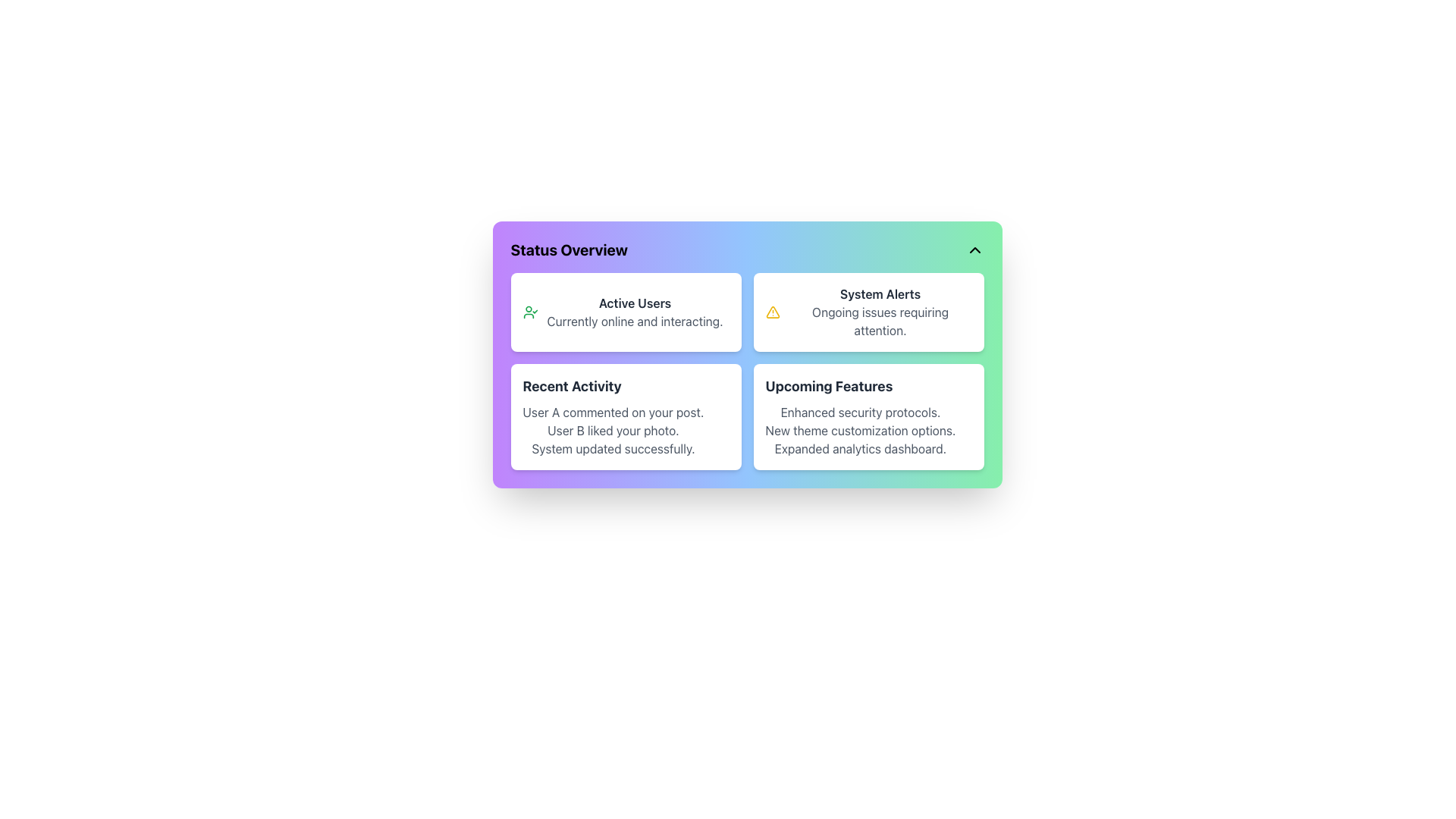  What do you see at coordinates (772, 312) in the screenshot?
I see `the warning icon located in the 'System Alerts' section of the second card from the top-left in the grid layout, positioned to the left of the section title and description` at bounding box center [772, 312].